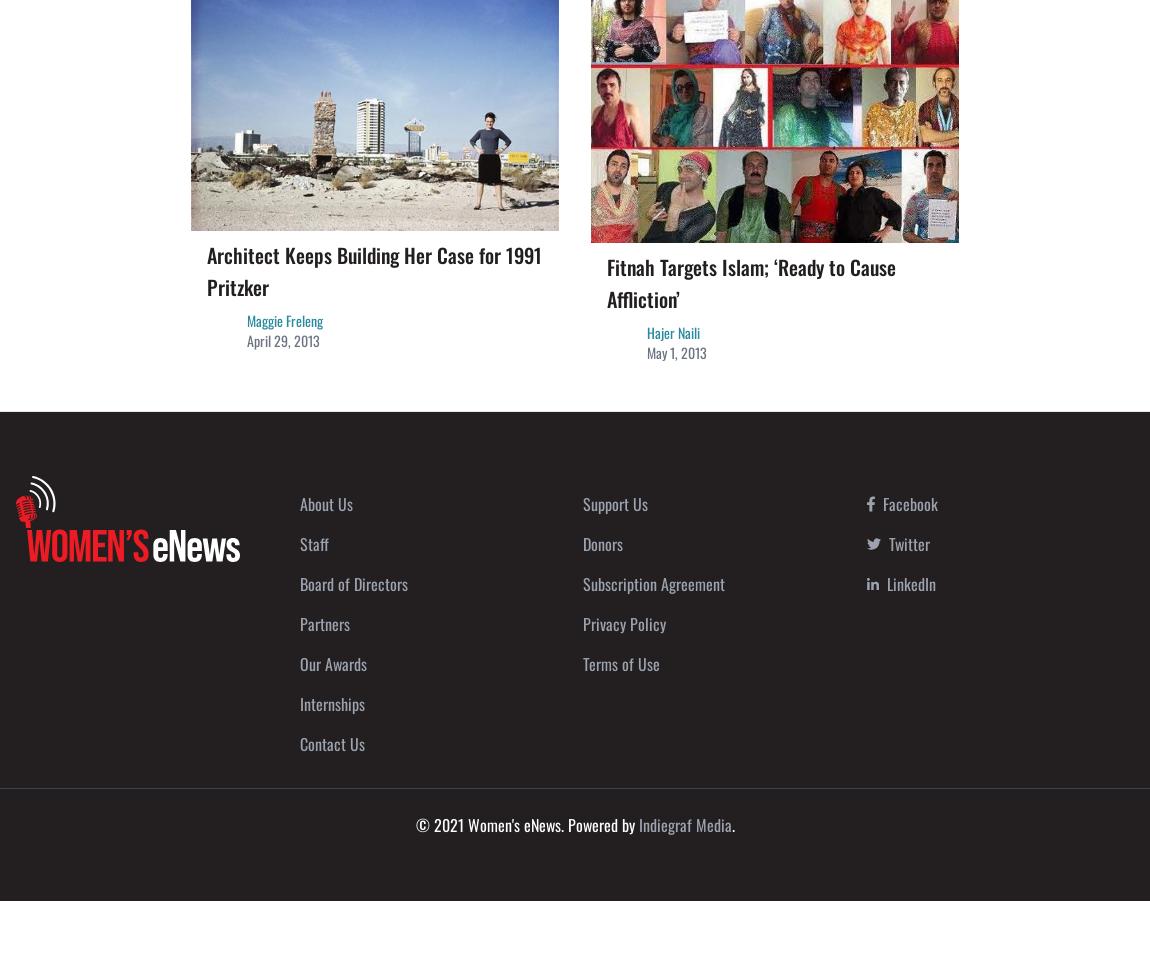  I want to click on 'Architect Keeps Building Her Case for 1991 Pritzker', so click(374, 269).